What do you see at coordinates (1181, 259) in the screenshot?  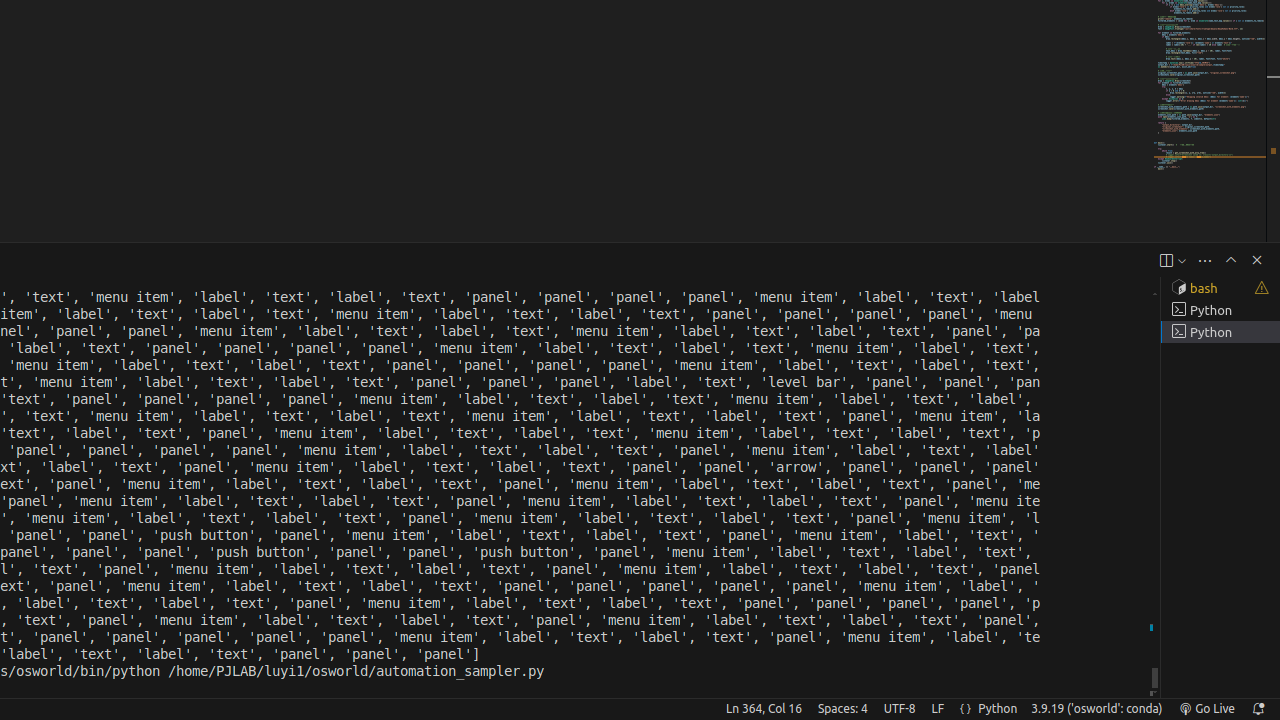 I see `'Launch Profile...'` at bounding box center [1181, 259].